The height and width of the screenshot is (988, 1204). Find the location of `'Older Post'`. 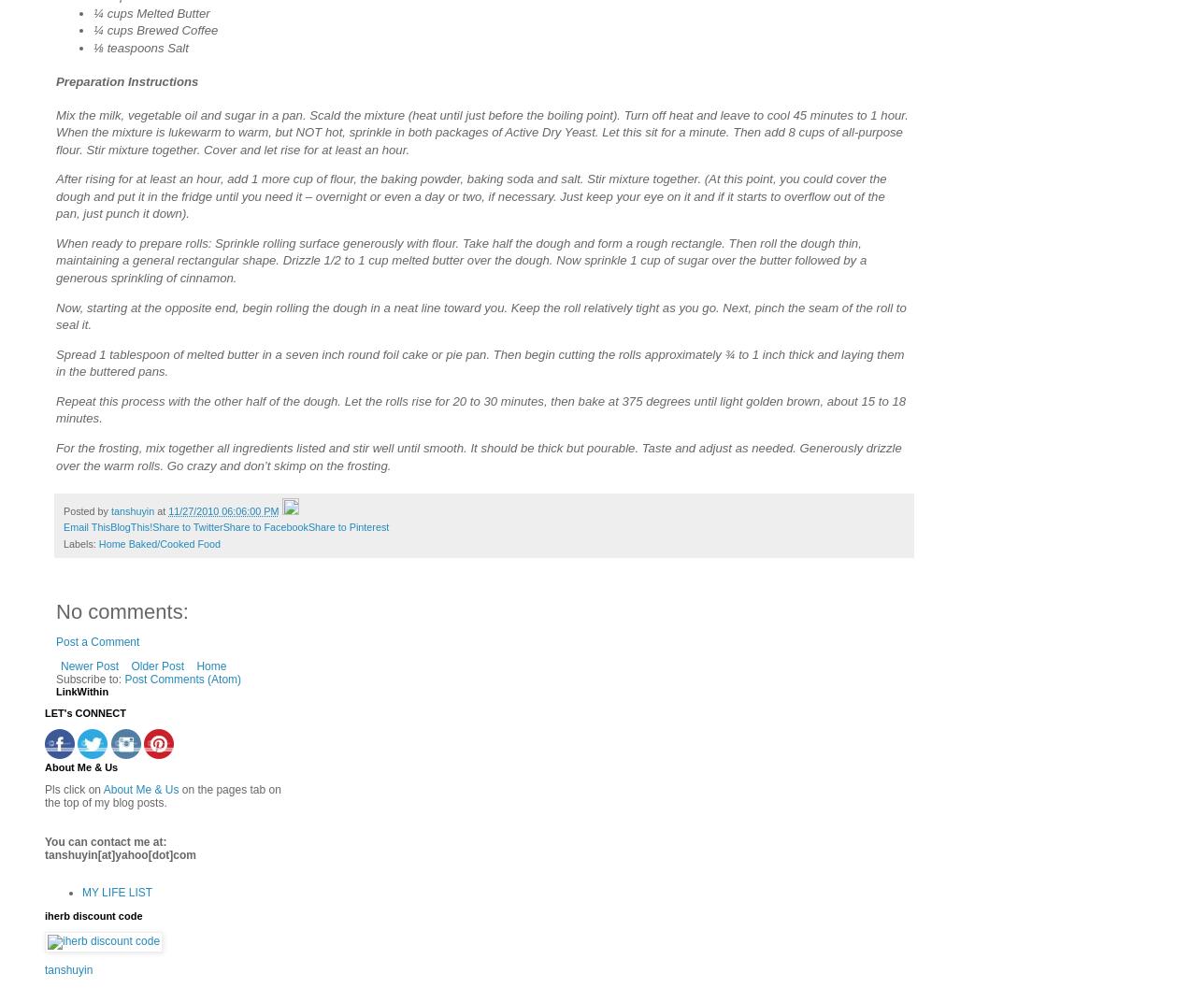

'Older Post' is located at coordinates (157, 664).